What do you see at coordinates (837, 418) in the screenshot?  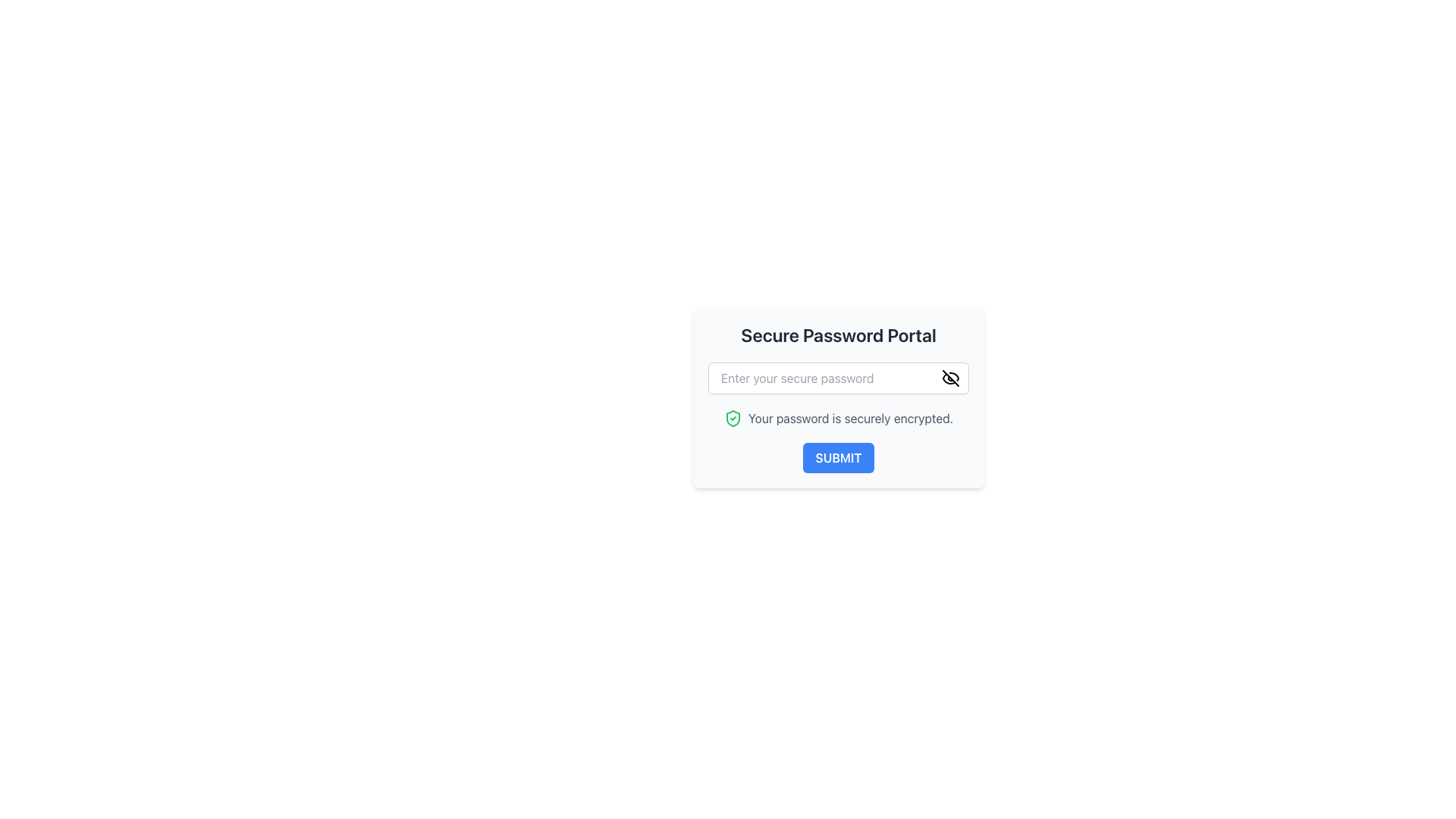 I see `the Text with icon that indicates 'Your password is securely encrypted.' located in the third row of the form, below the 'Enter your secure password' input field` at bounding box center [837, 418].